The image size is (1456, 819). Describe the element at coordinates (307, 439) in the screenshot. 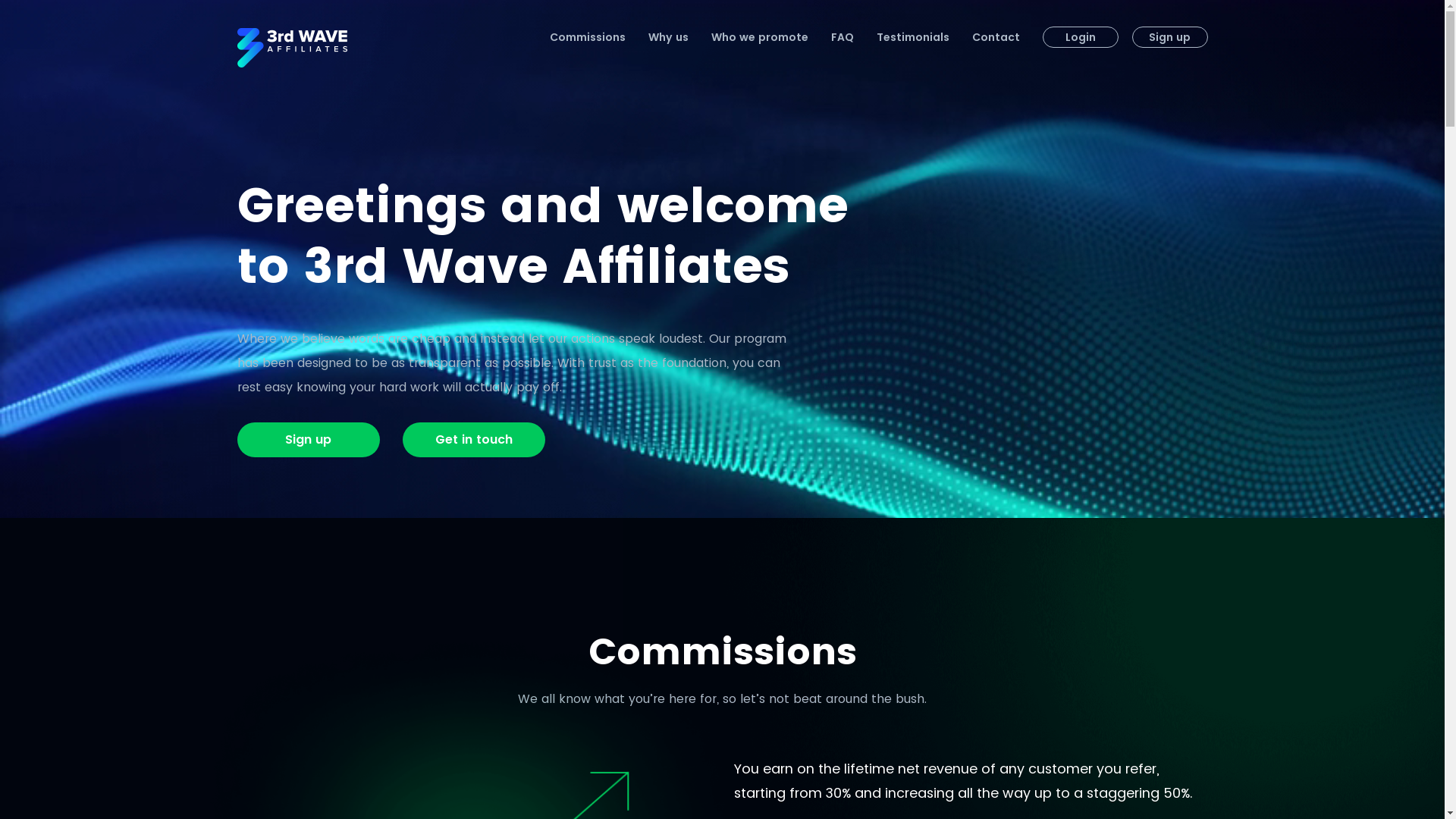

I see `'Sign up'` at that location.